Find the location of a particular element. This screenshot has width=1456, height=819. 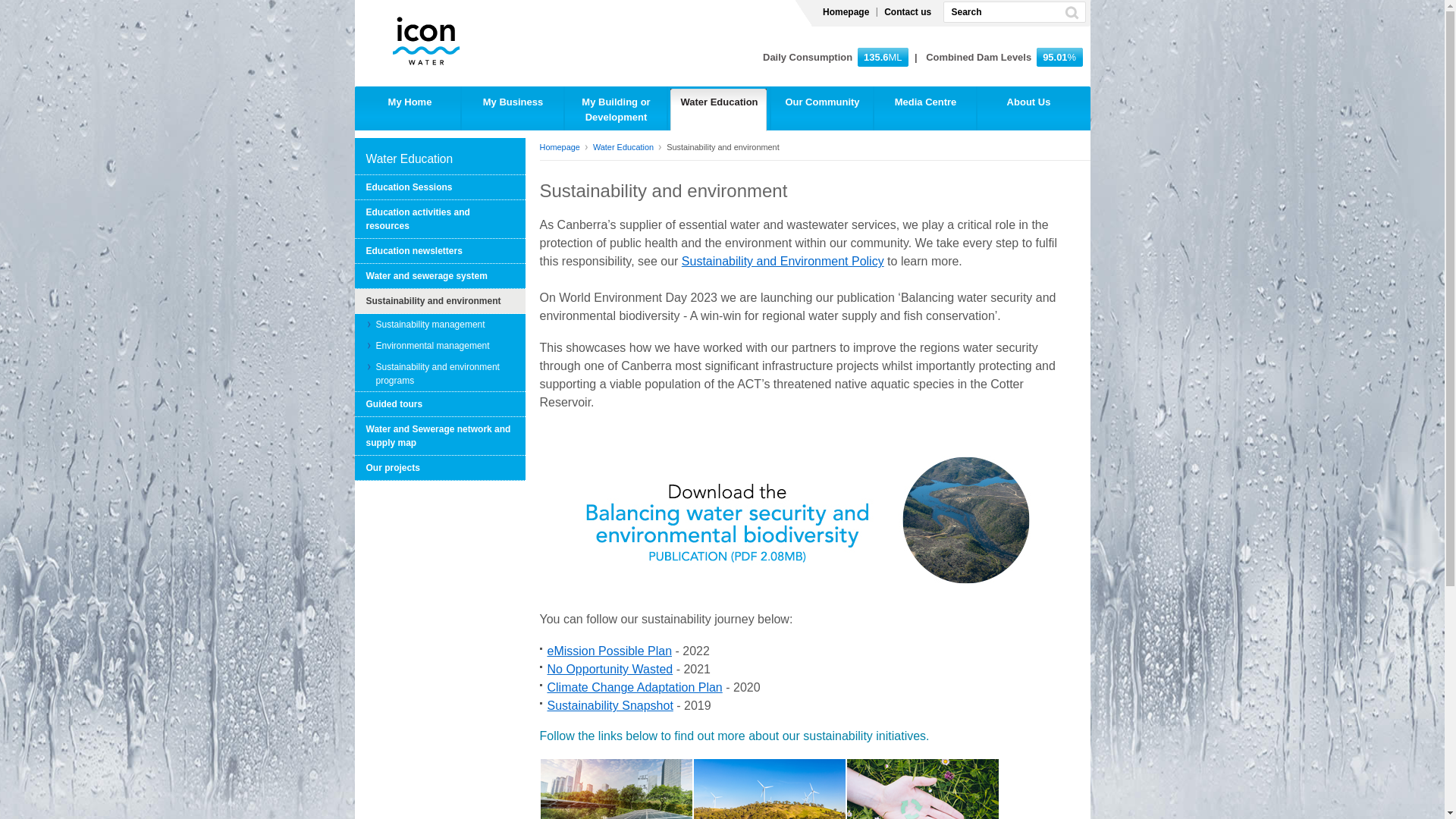

'Climate Change Adaptation Plan' is located at coordinates (635, 687).